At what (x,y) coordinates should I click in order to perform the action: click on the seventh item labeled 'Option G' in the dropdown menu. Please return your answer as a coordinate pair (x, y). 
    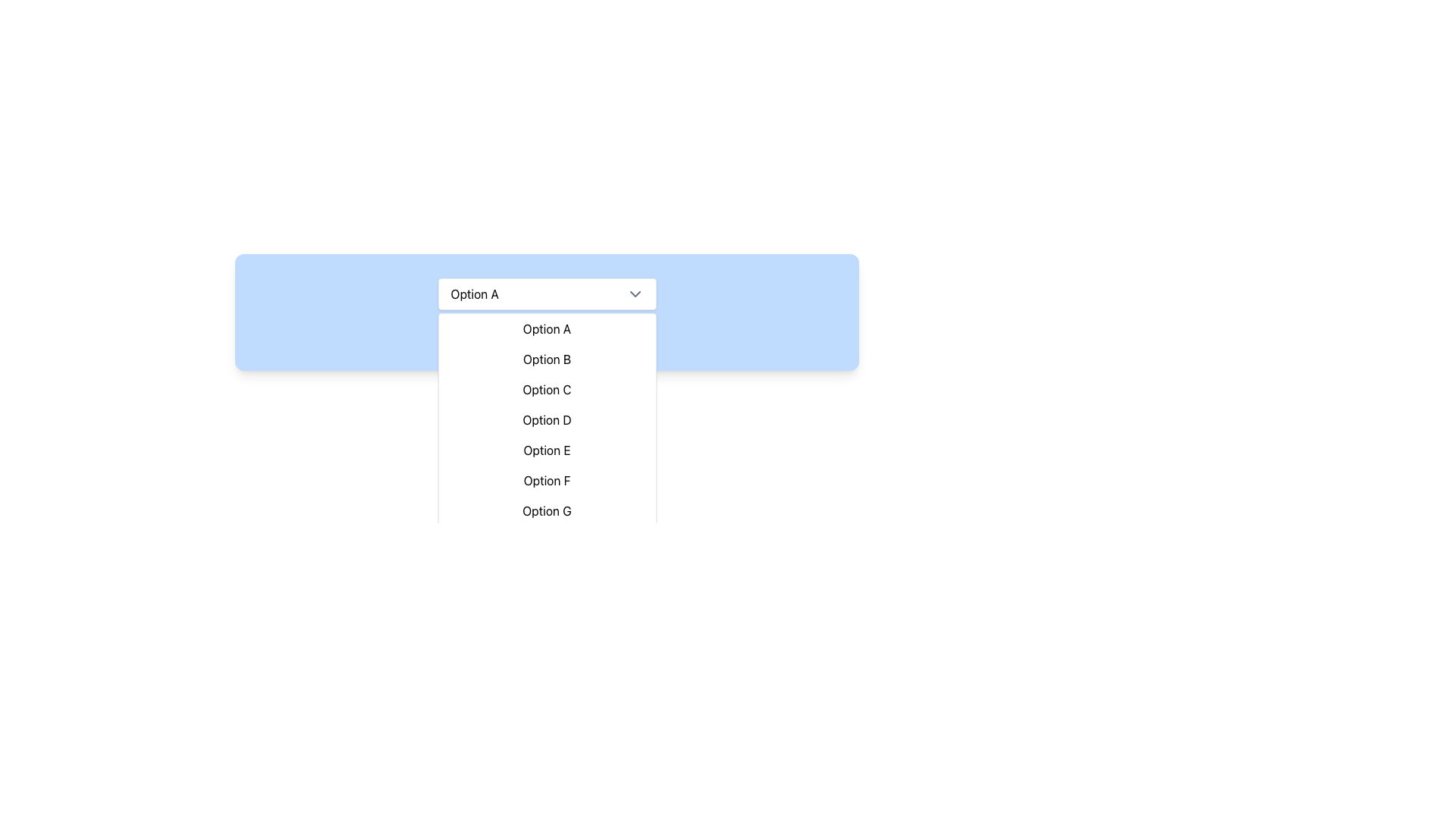
    Looking at the image, I should click on (546, 511).